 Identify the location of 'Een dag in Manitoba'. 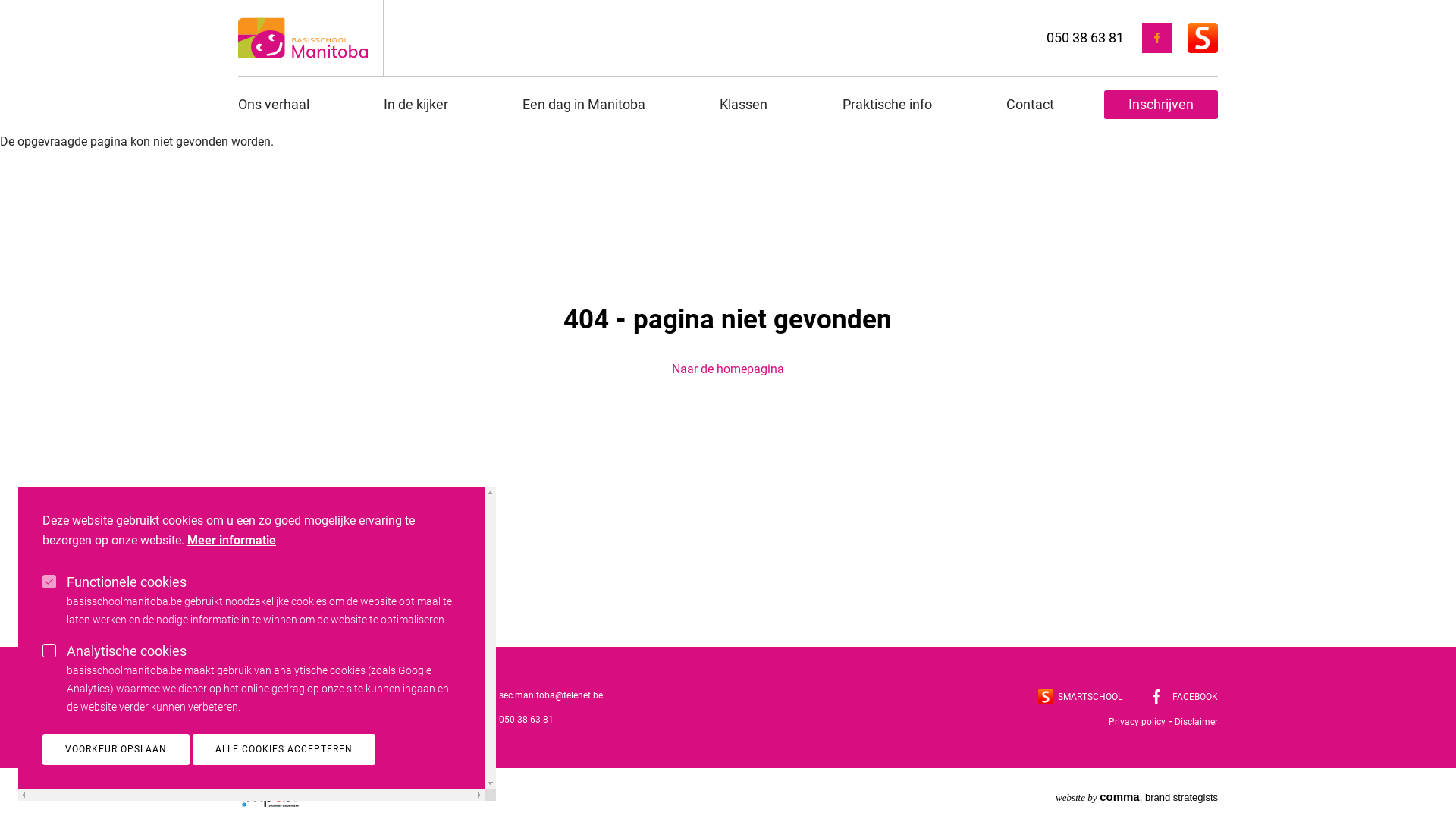
(582, 104).